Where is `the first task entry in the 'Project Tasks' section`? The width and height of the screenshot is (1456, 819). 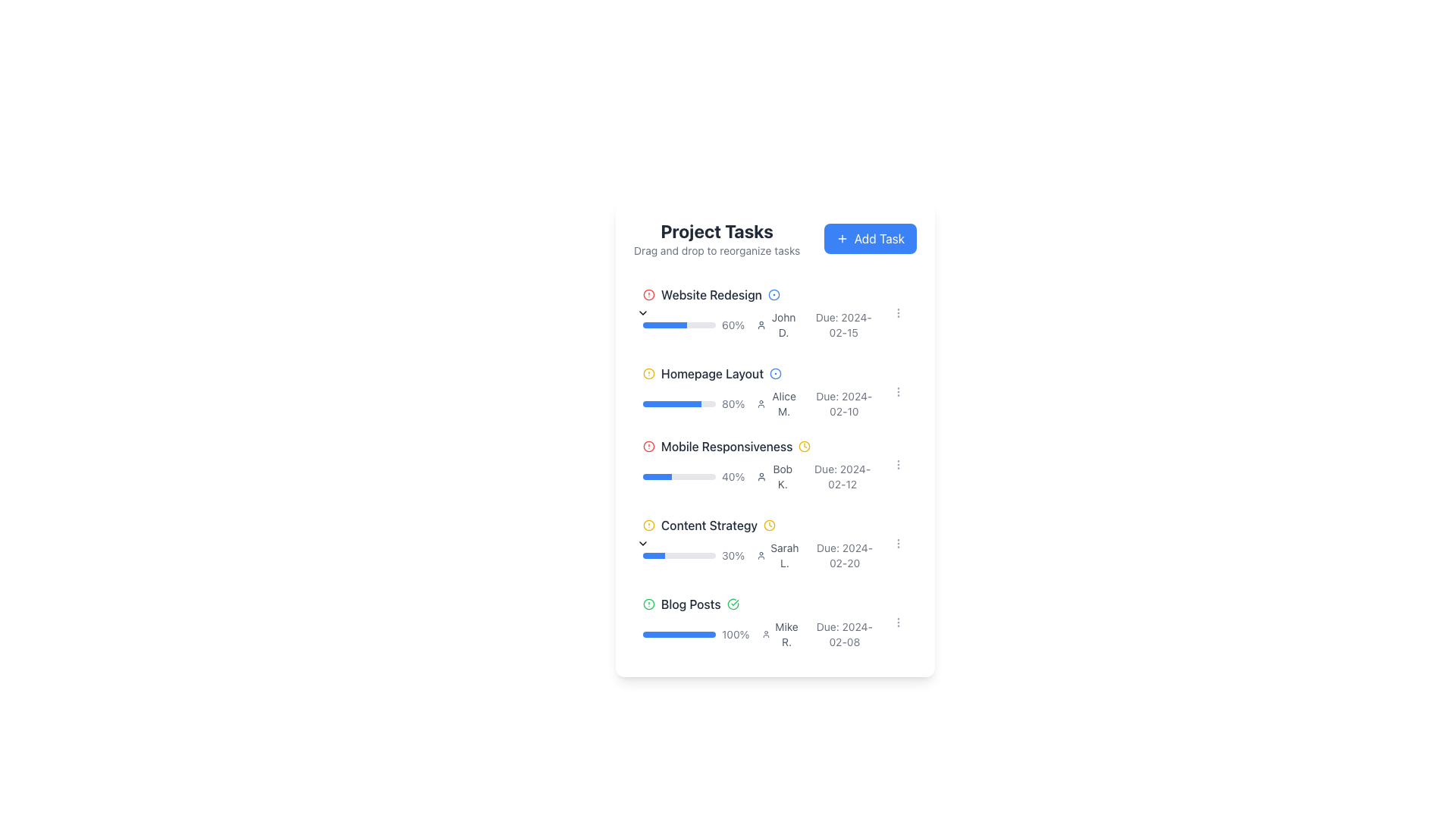
the first task entry in the 'Project Tasks' section is located at coordinates (760, 312).